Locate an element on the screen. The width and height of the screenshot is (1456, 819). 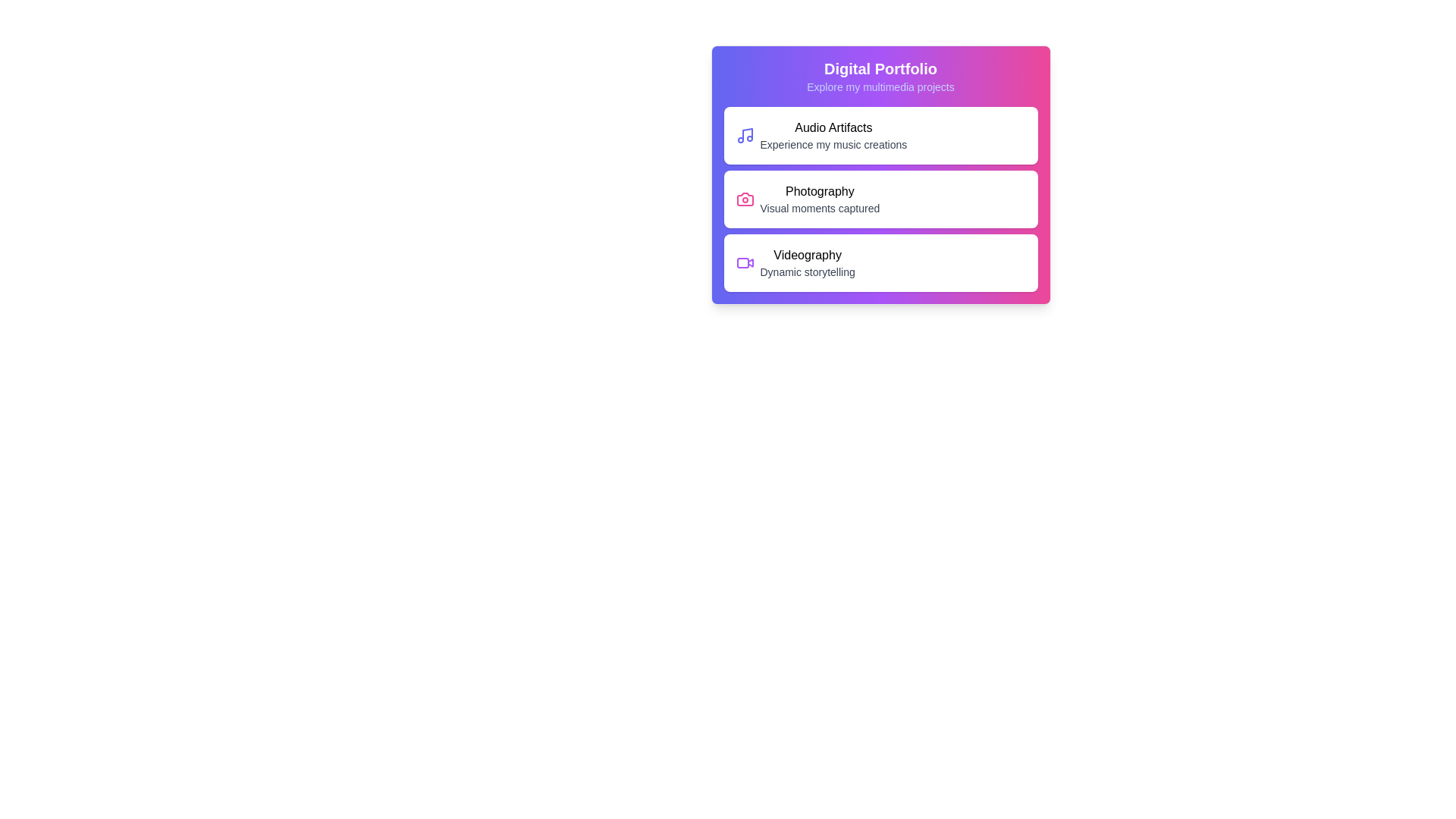
the text label that reads 'Dynamic storytelling', which is styled with a smaller font size and gray color, located directly below the header 'Videography' in the third content block is located at coordinates (807, 271).